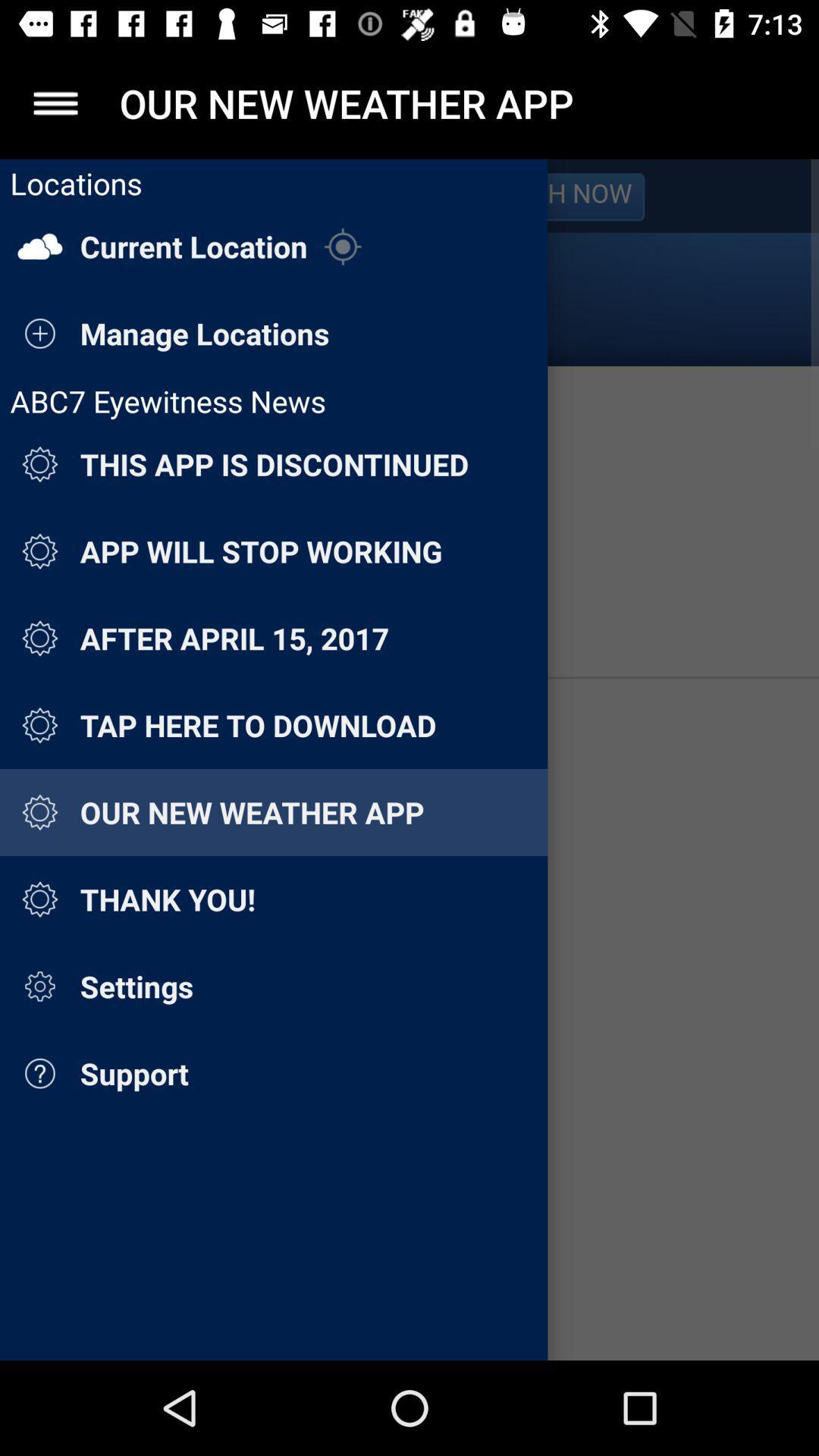 Image resolution: width=819 pixels, height=1456 pixels. What do you see at coordinates (409, 760) in the screenshot?
I see `settings page` at bounding box center [409, 760].